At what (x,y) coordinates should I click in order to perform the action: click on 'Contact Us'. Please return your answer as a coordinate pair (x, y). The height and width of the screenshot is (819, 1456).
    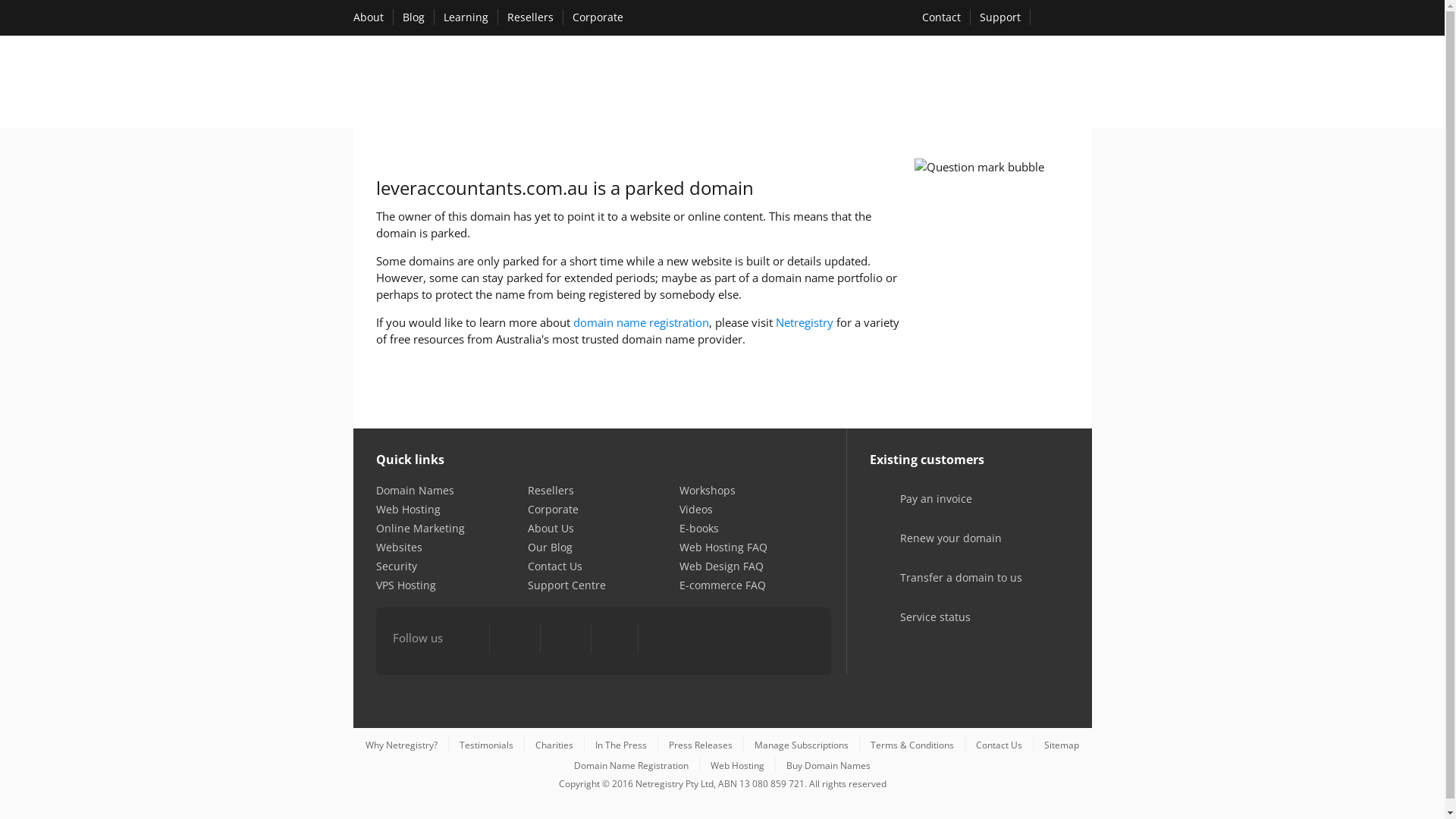
    Looking at the image, I should click on (554, 566).